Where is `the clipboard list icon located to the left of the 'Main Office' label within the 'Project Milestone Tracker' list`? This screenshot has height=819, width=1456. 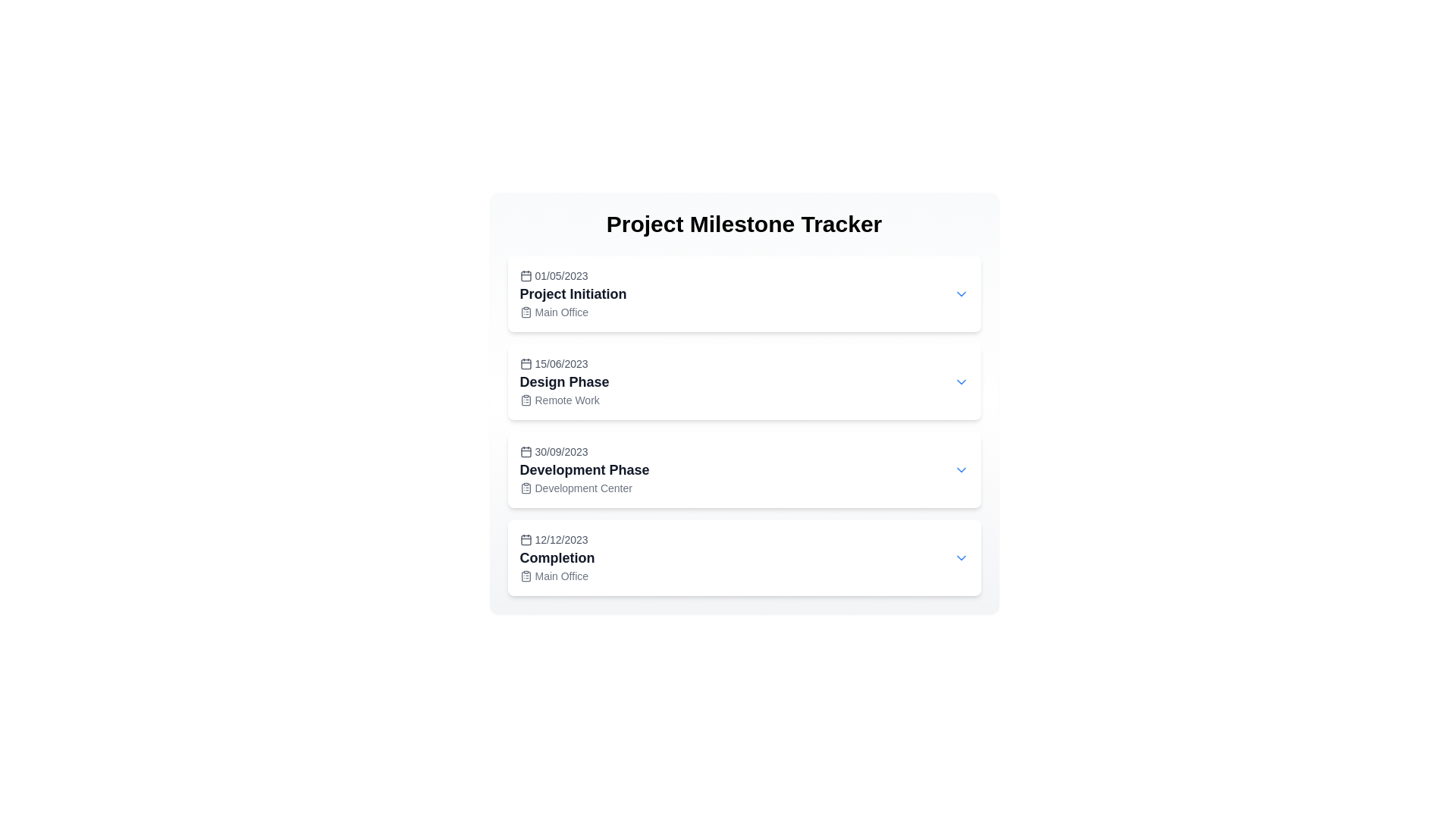
the clipboard list icon located to the left of the 'Main Office' label within the 'Project Milestone Tracker' list is located at coordinates (526, 312).